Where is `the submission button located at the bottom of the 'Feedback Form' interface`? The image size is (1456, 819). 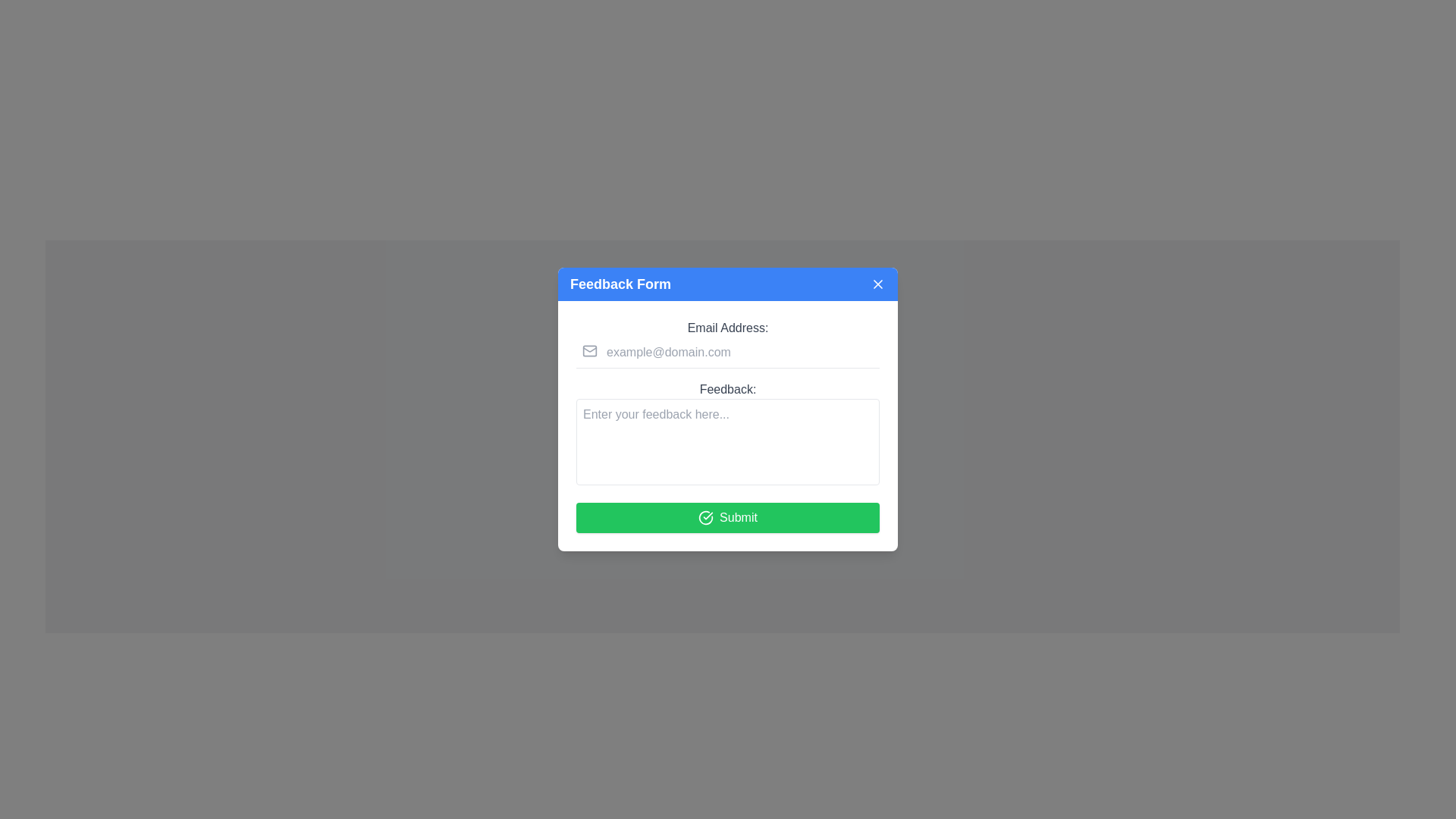
the submission button located at the bottom of the 'Feedback Form' interface is located at coordinates (728, 516).